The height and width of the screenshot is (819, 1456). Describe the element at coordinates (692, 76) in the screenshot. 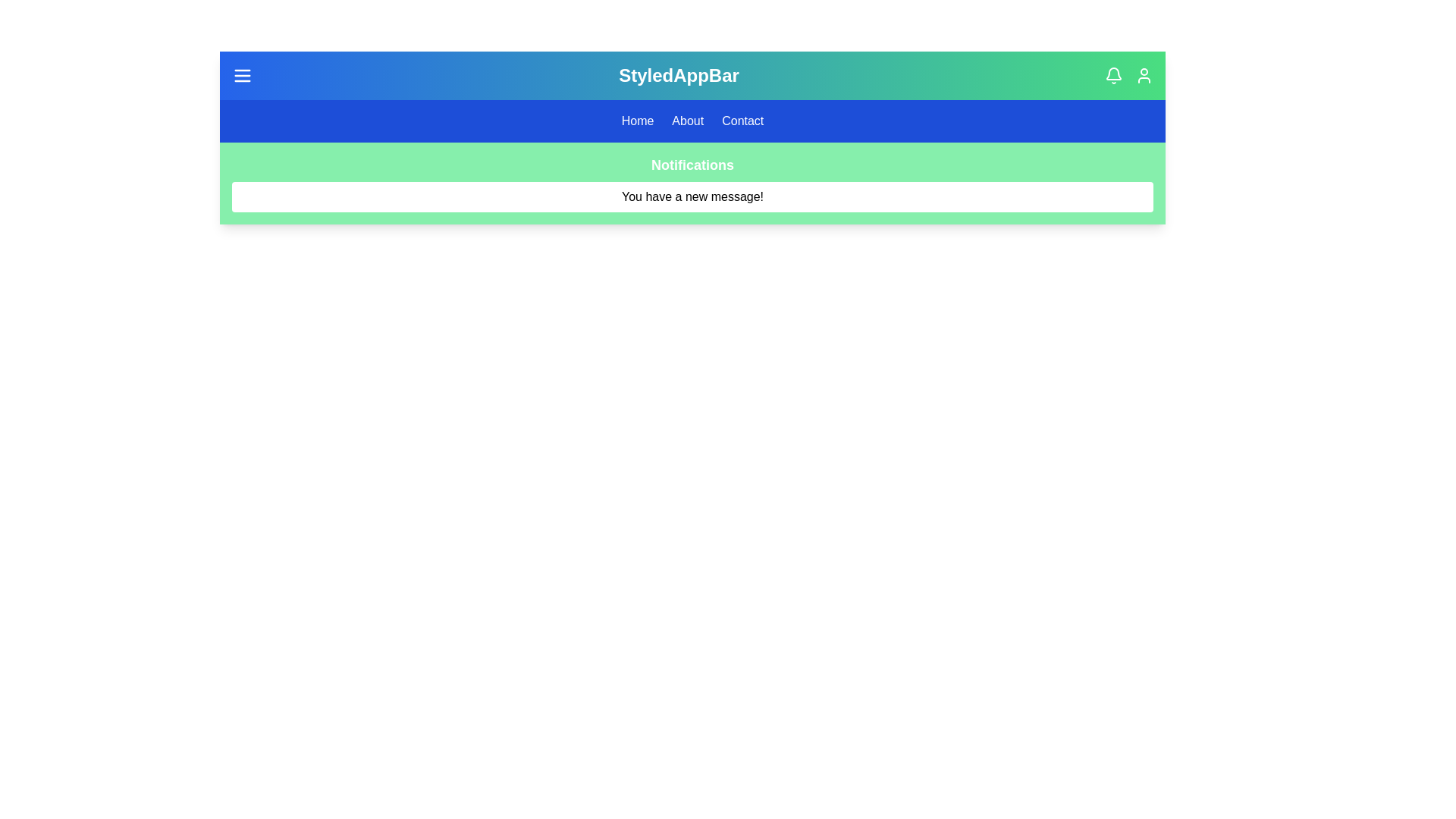

I see `the interactive elements located within the Header Bar, which spans the topmost section of the interface and includes branding and navigation icons` at that location.